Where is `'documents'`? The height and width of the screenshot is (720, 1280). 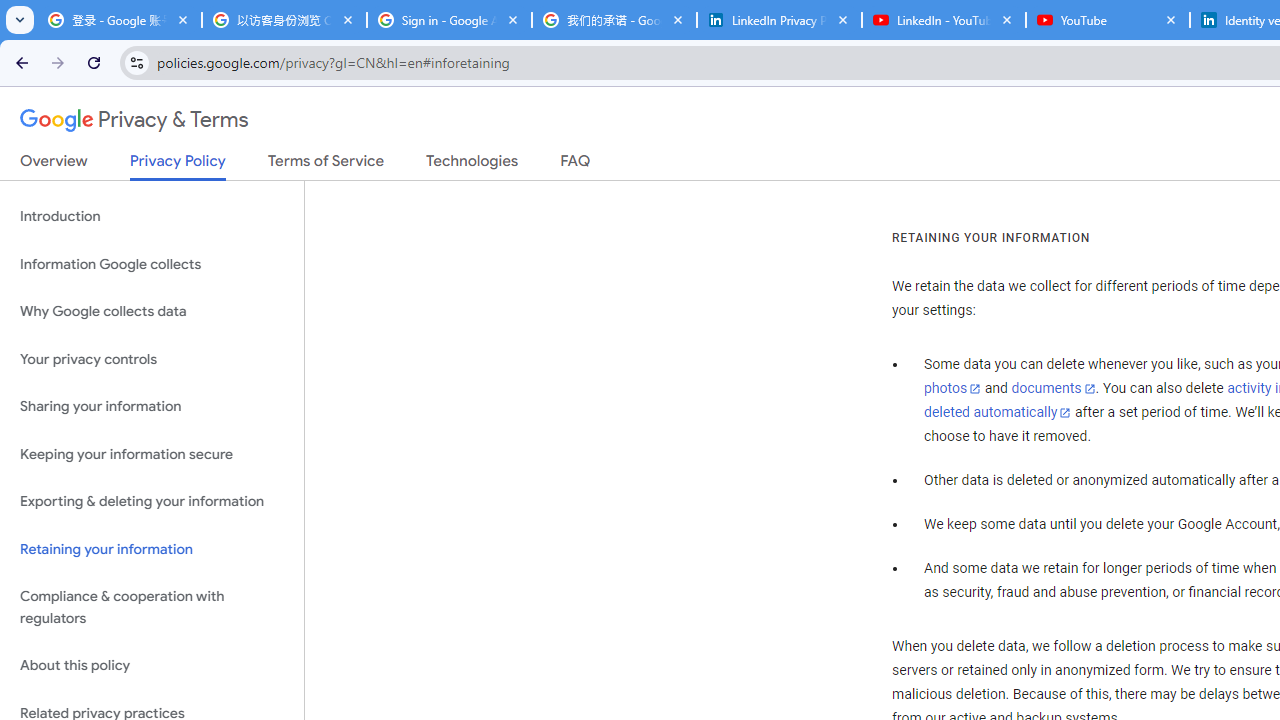
'documents' is located at coordinates (1052, 389).